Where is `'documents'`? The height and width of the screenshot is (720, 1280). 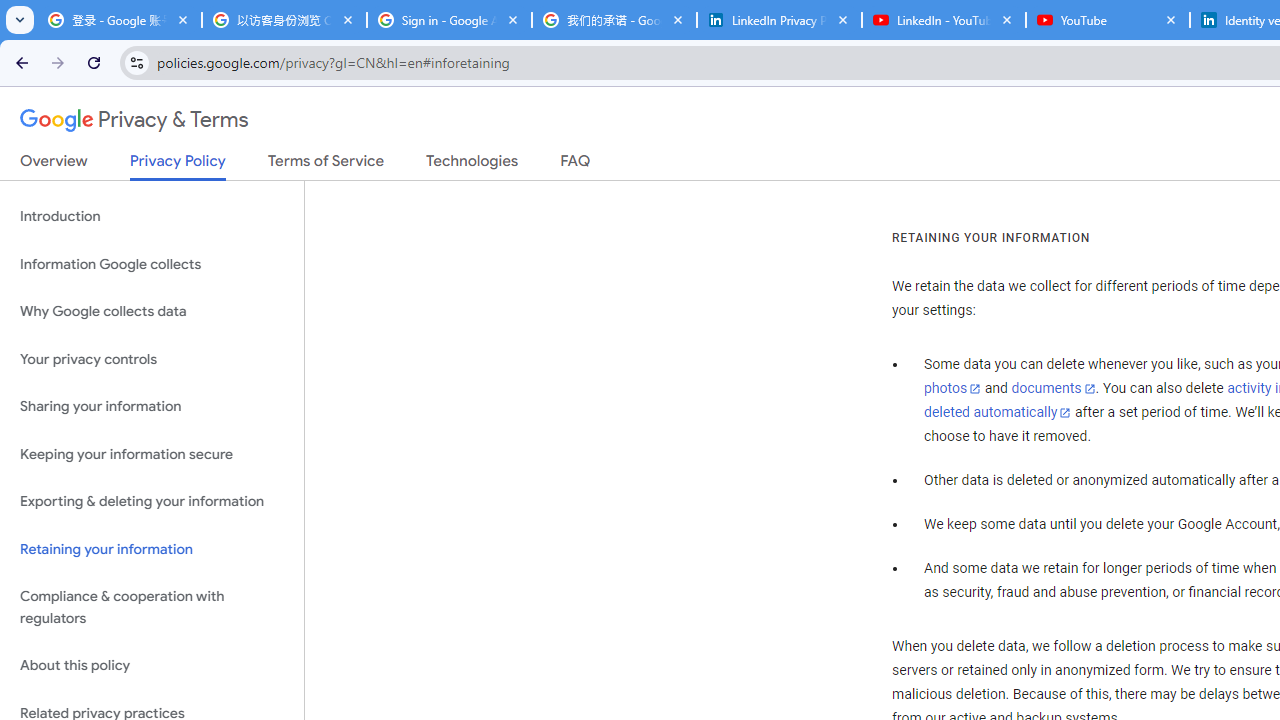
'documents' is located at coordinates (1052, 389).